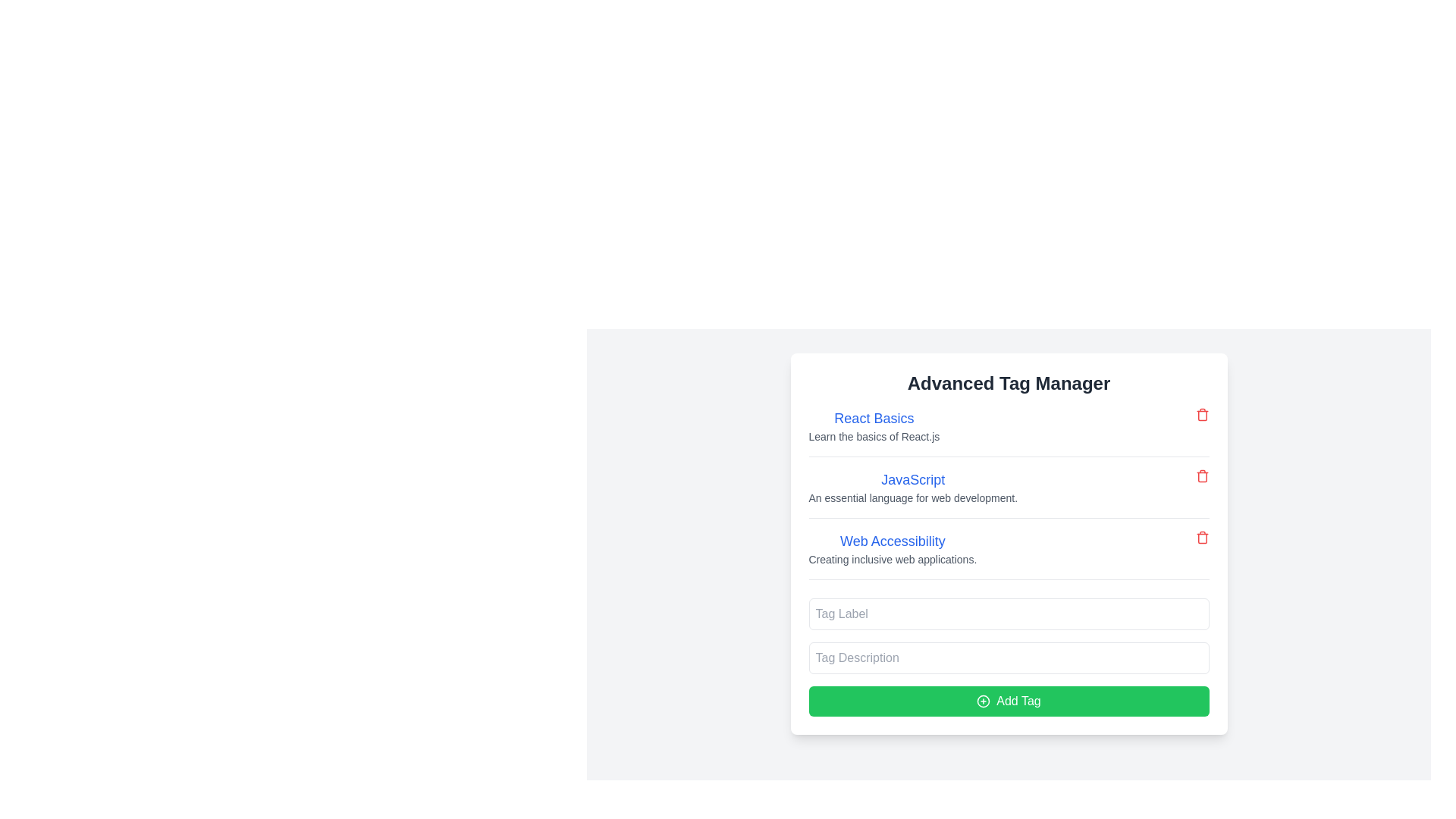 Image resolution: width=1456 pixels, height=819 pixels. I want to click on contents of the Text Label displaying 'React Basics' that is styled in large, bold blue font and located within the 'Advanced Tag Manager' group, so click(874, 418).